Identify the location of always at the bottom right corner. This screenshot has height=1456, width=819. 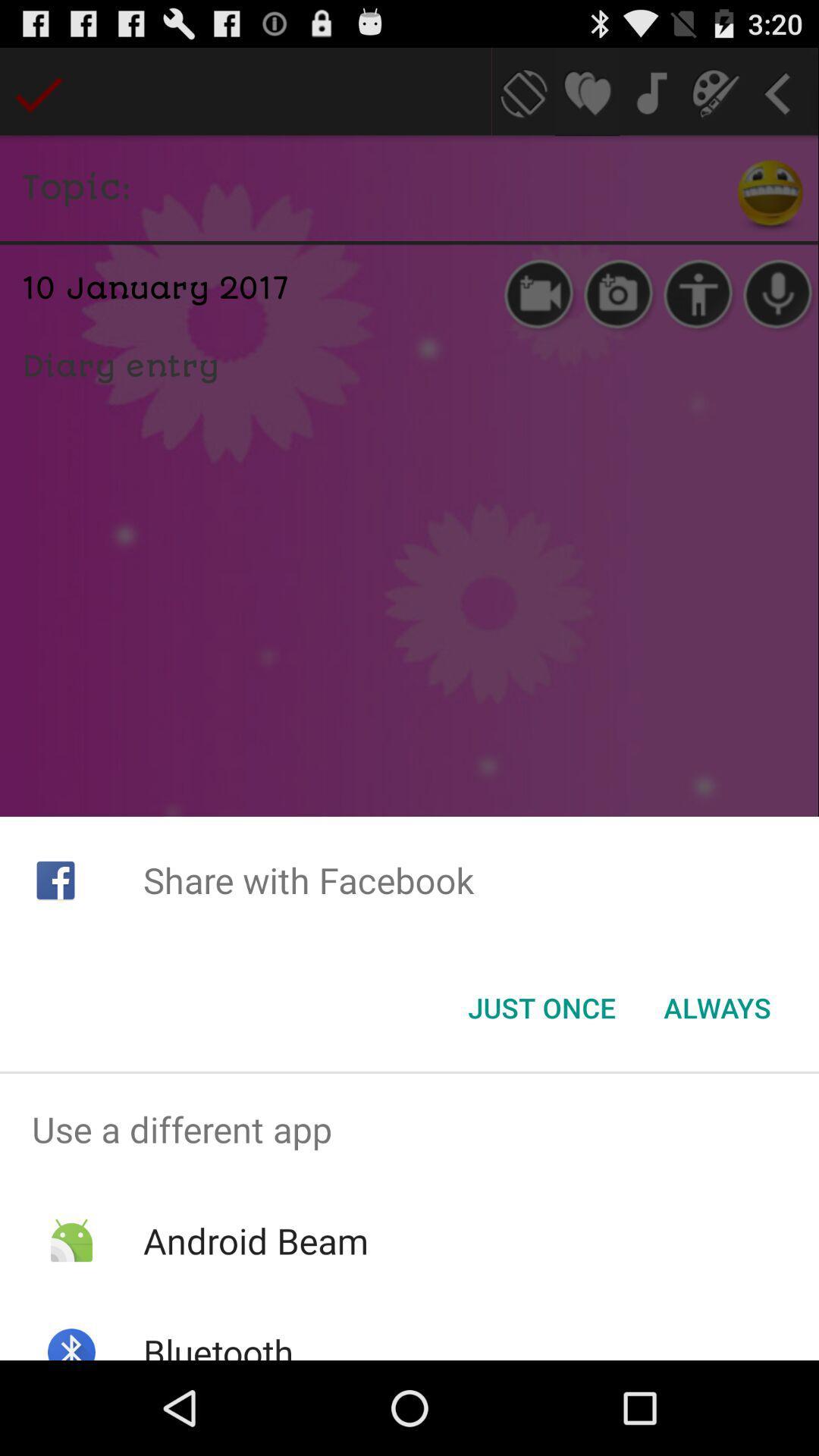
(717, 1008).